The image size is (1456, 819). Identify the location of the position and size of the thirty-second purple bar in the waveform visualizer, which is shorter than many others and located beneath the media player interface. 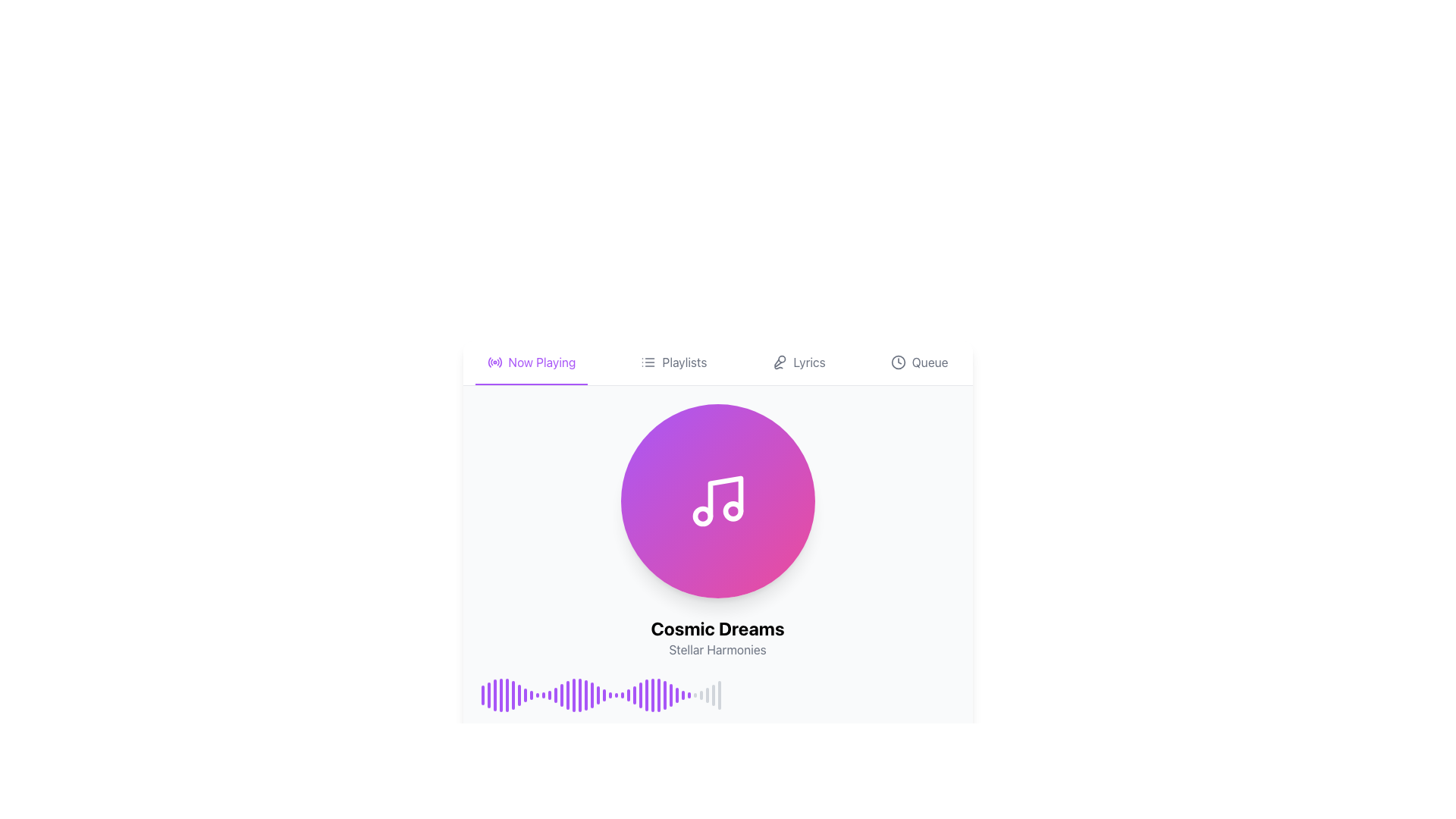
(682, 695).